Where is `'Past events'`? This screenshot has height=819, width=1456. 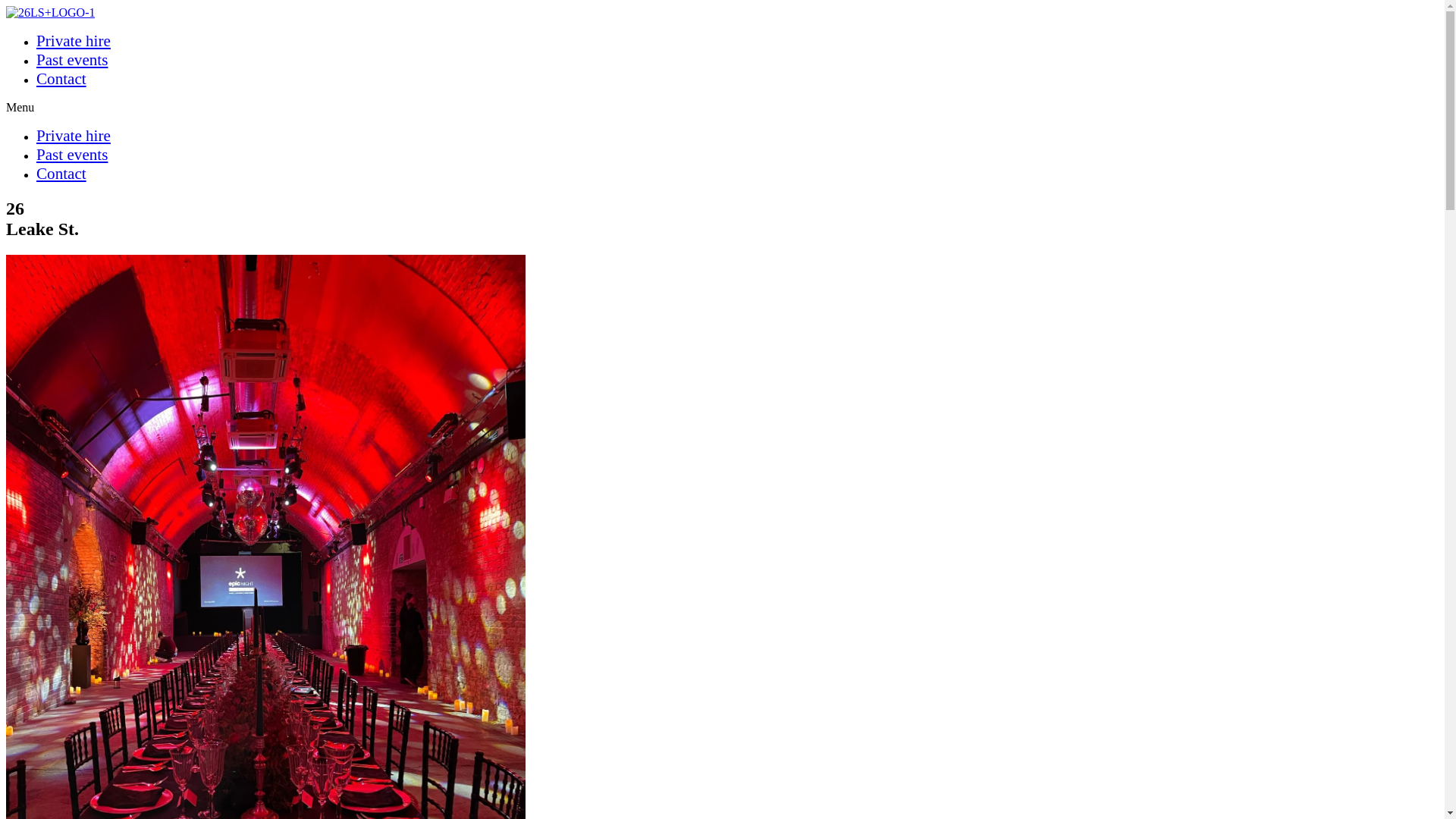
'Past events' is located at coordinates (71, 58).